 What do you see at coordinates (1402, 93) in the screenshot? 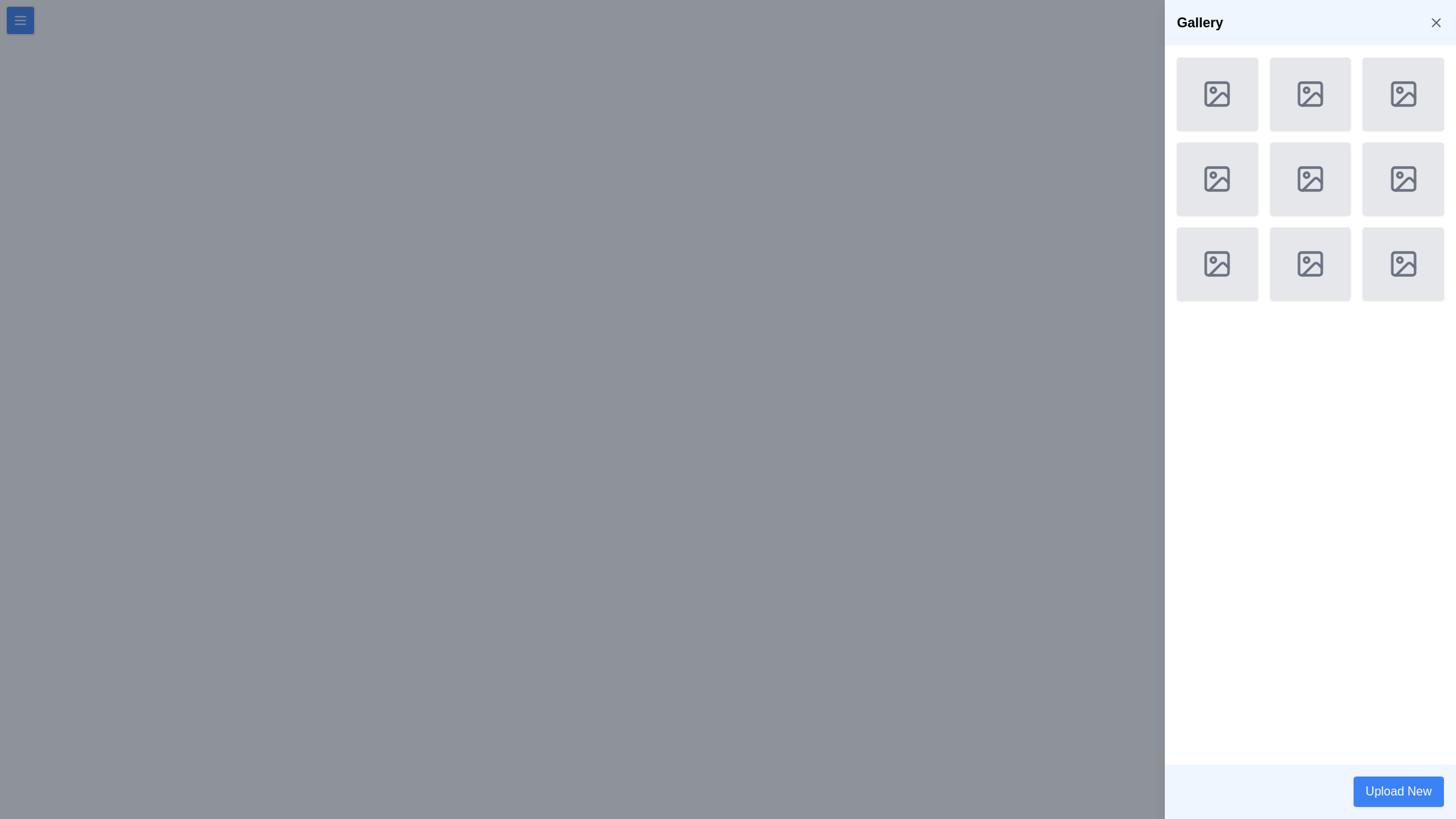
I see `the fourth icon in the top row of the 3x3 grid layout` at bounding box center [1402, 93].